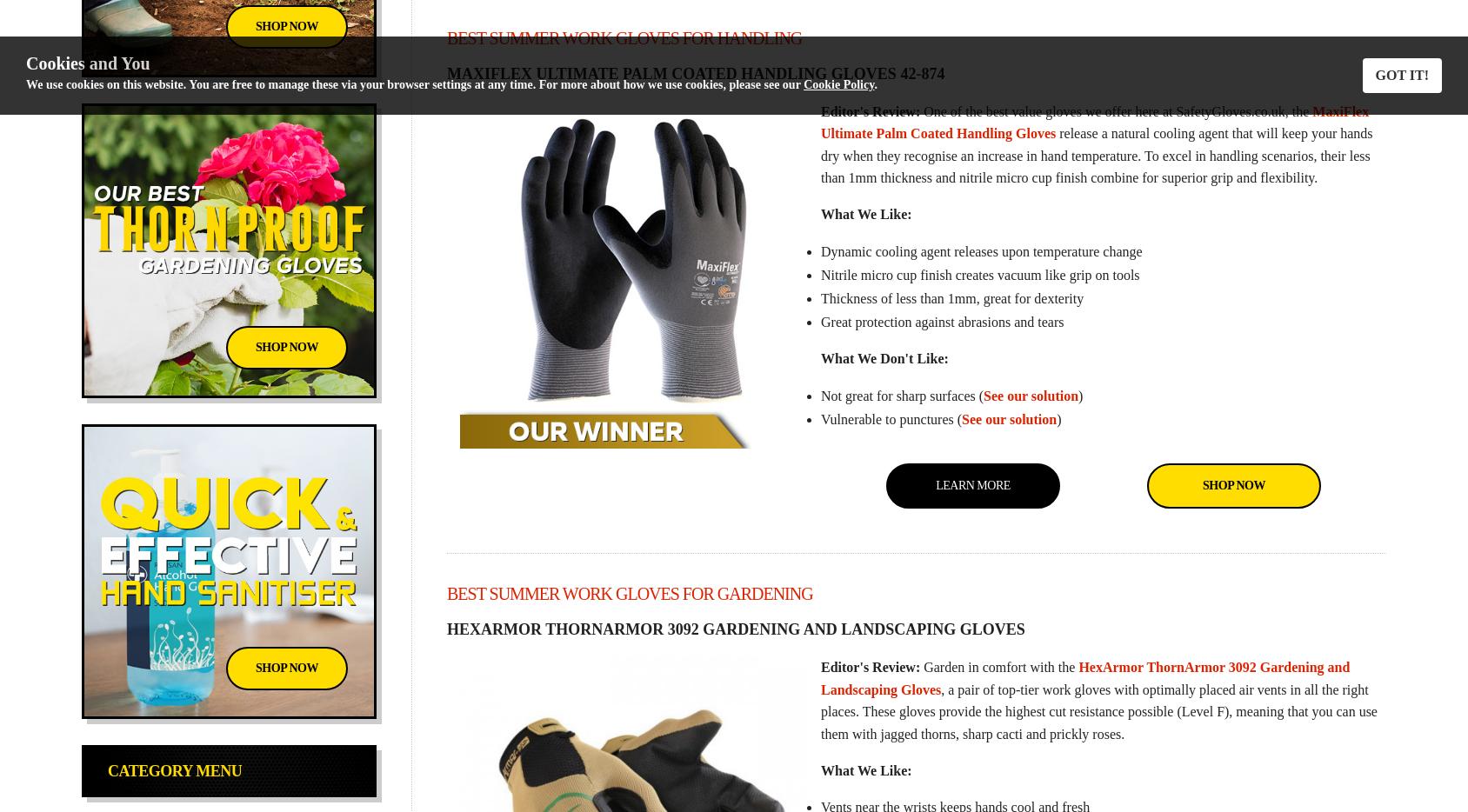 This screenshot has height=812, width=1468. I want to click on 'MaxiFlex Ultimate Palm Coated Handling Gloves 42-874', so click(695, 72).